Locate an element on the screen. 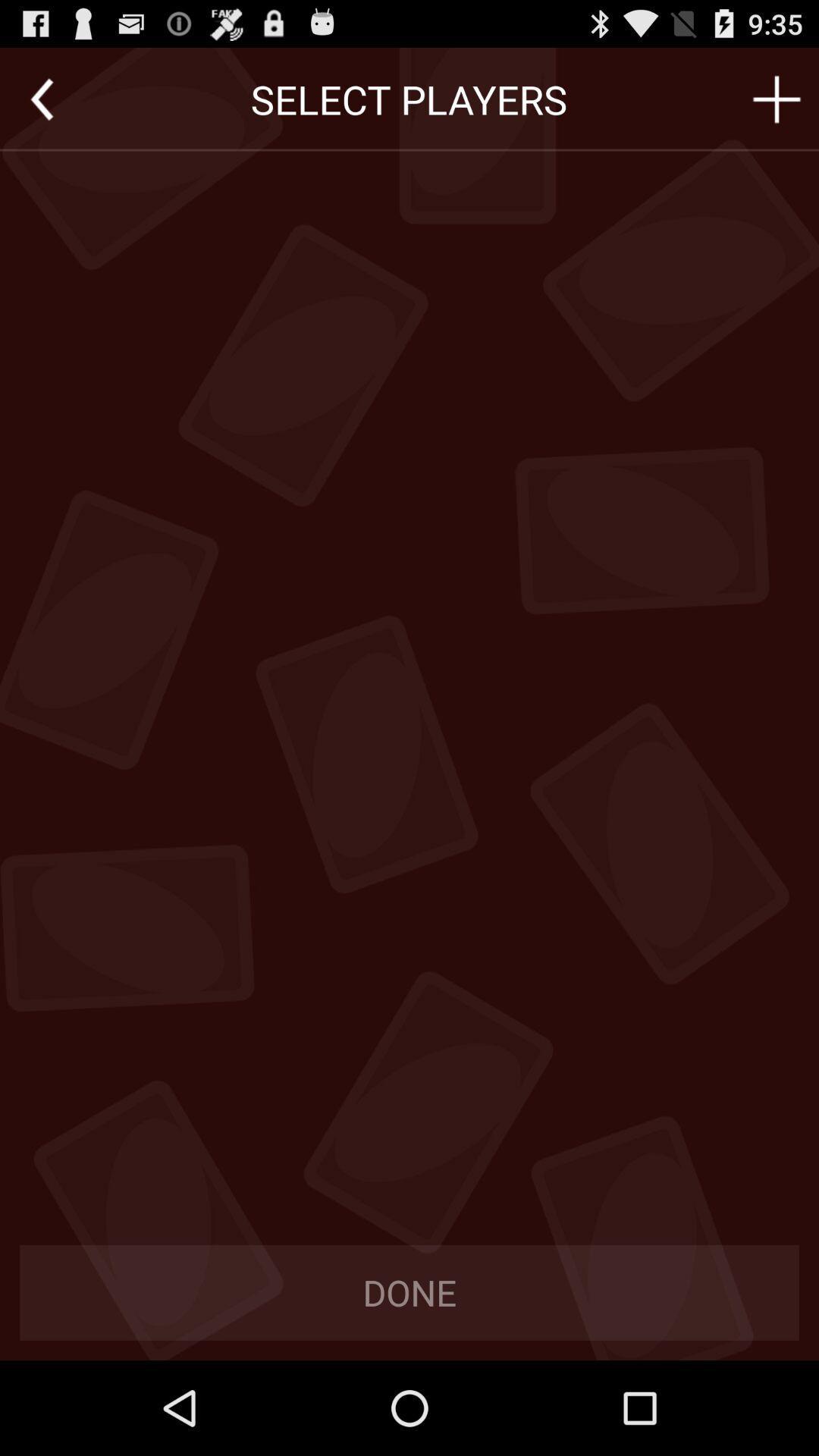  the arrow_backward icon is located at coordinates (41, 105).